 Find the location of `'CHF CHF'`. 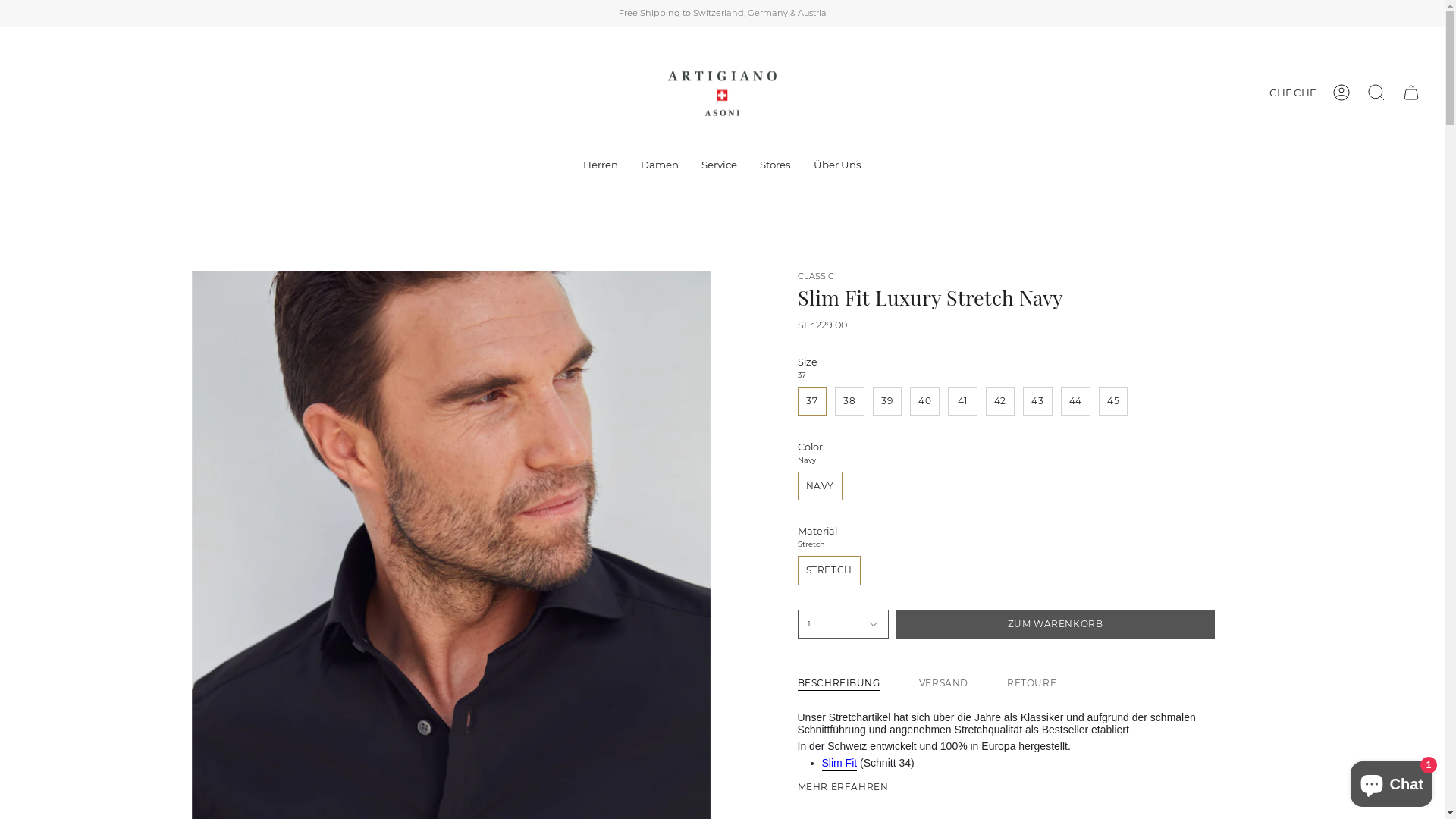

'CHF CHF' is located at coordinates (1291, 93).